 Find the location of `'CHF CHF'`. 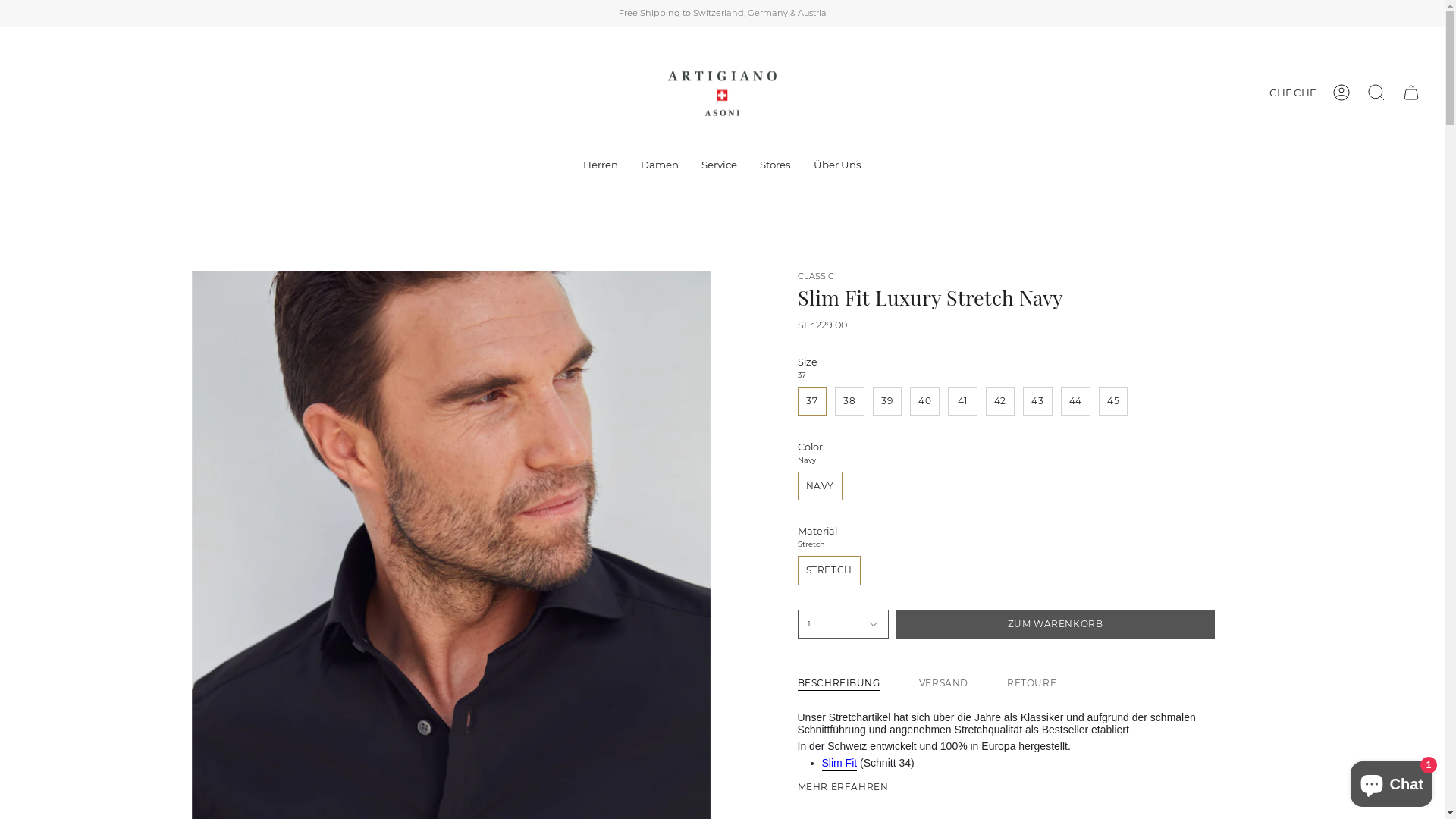

'CHF CHF' is located at coordinates (1291, 93).